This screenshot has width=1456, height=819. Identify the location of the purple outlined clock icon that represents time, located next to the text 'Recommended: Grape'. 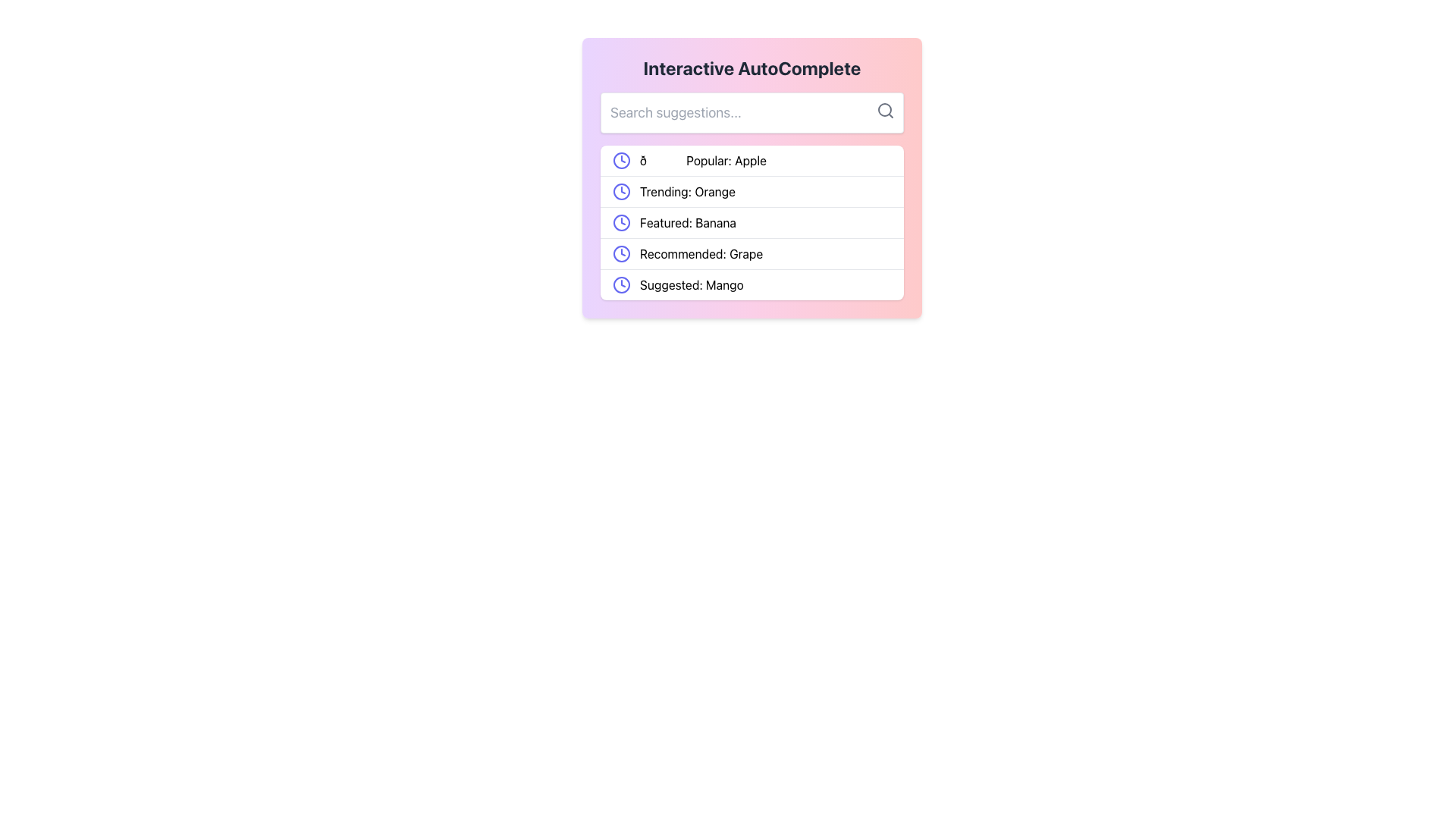
(622, 253).